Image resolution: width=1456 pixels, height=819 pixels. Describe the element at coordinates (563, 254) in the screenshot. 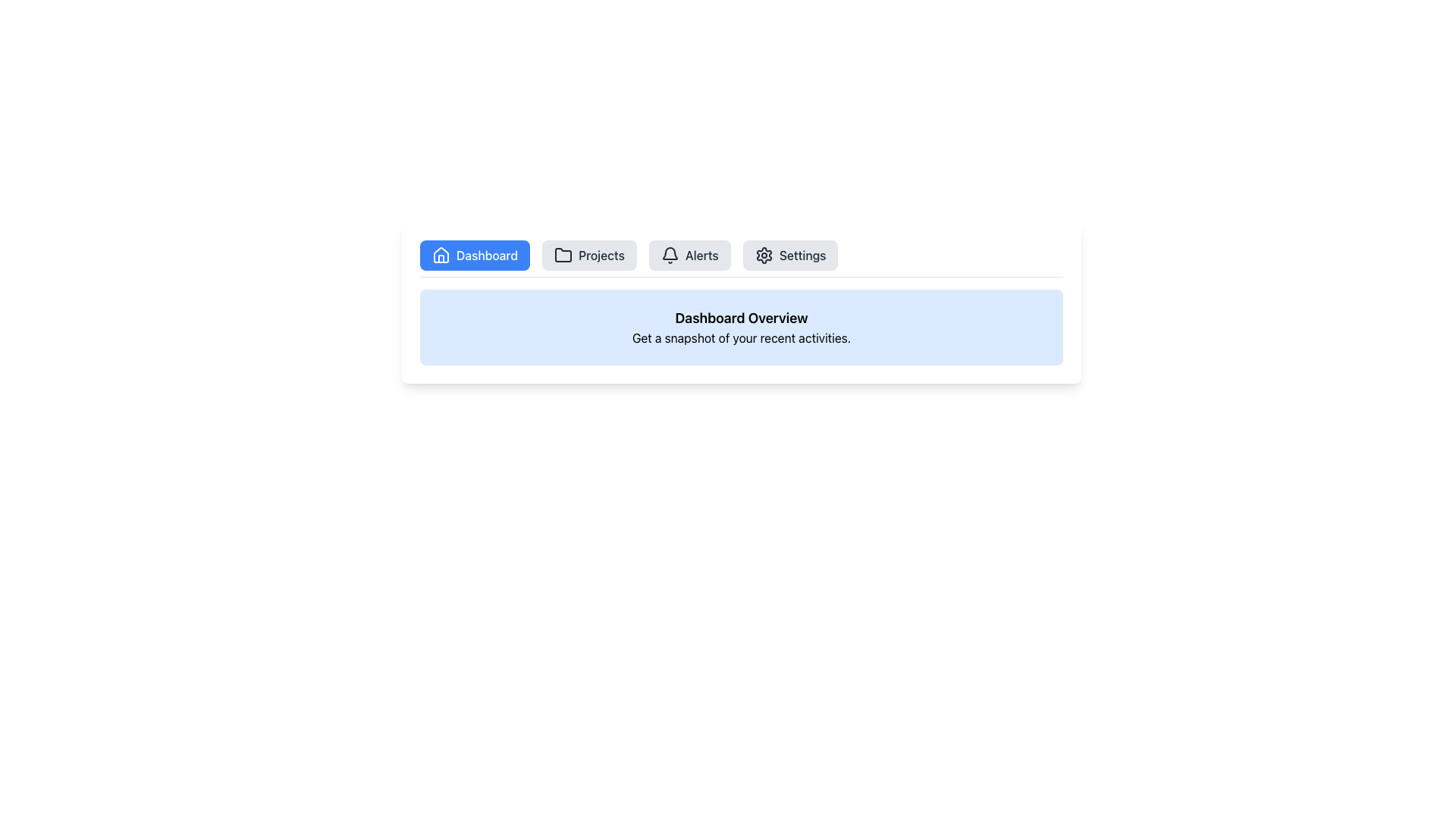

I see `the folder icon located in the navigation bar, to the right of the 'Dashboard' button` at that location.